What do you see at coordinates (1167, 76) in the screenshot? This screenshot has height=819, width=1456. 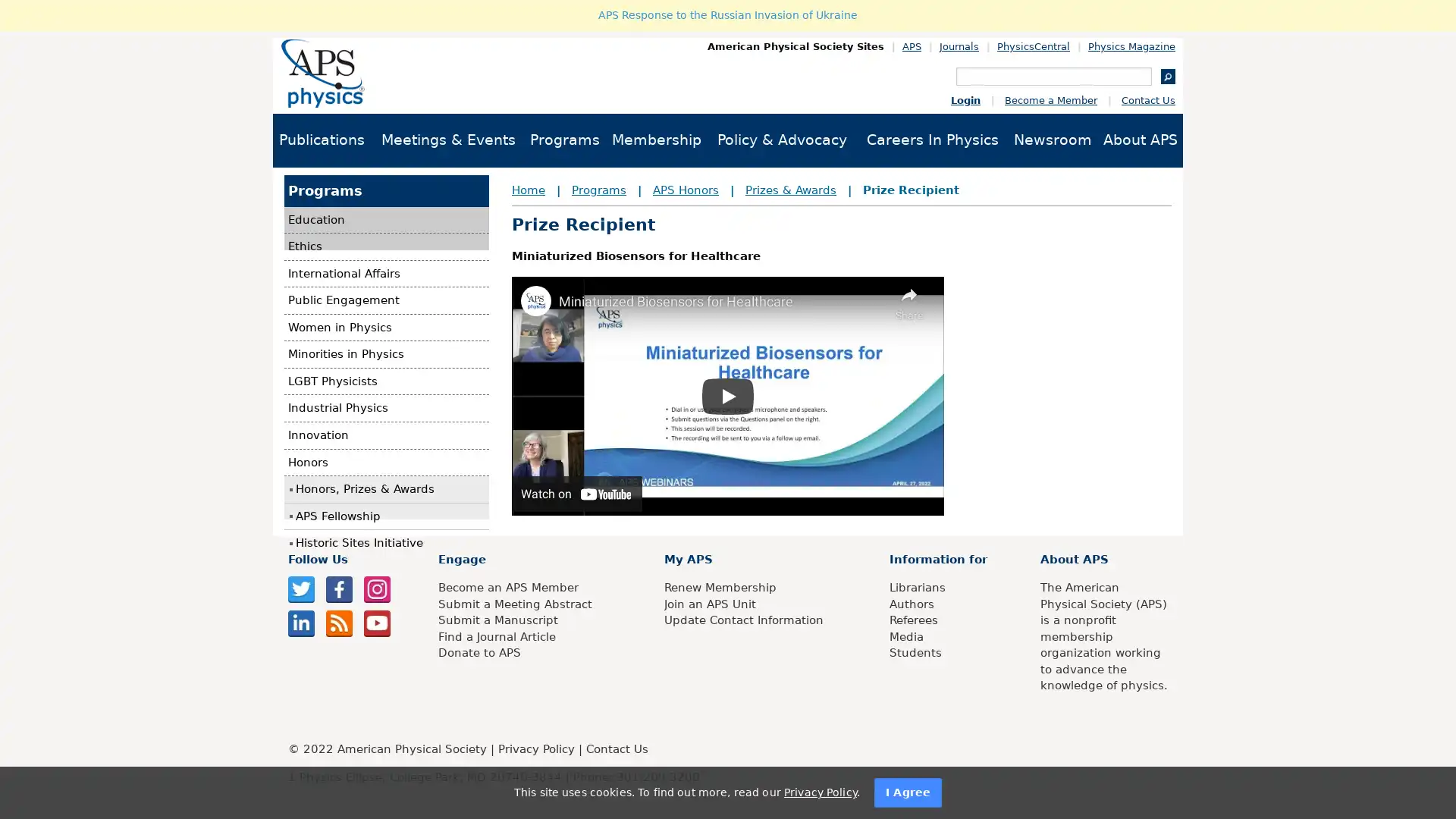 I see `Search` at bounding box center [1167, 76].